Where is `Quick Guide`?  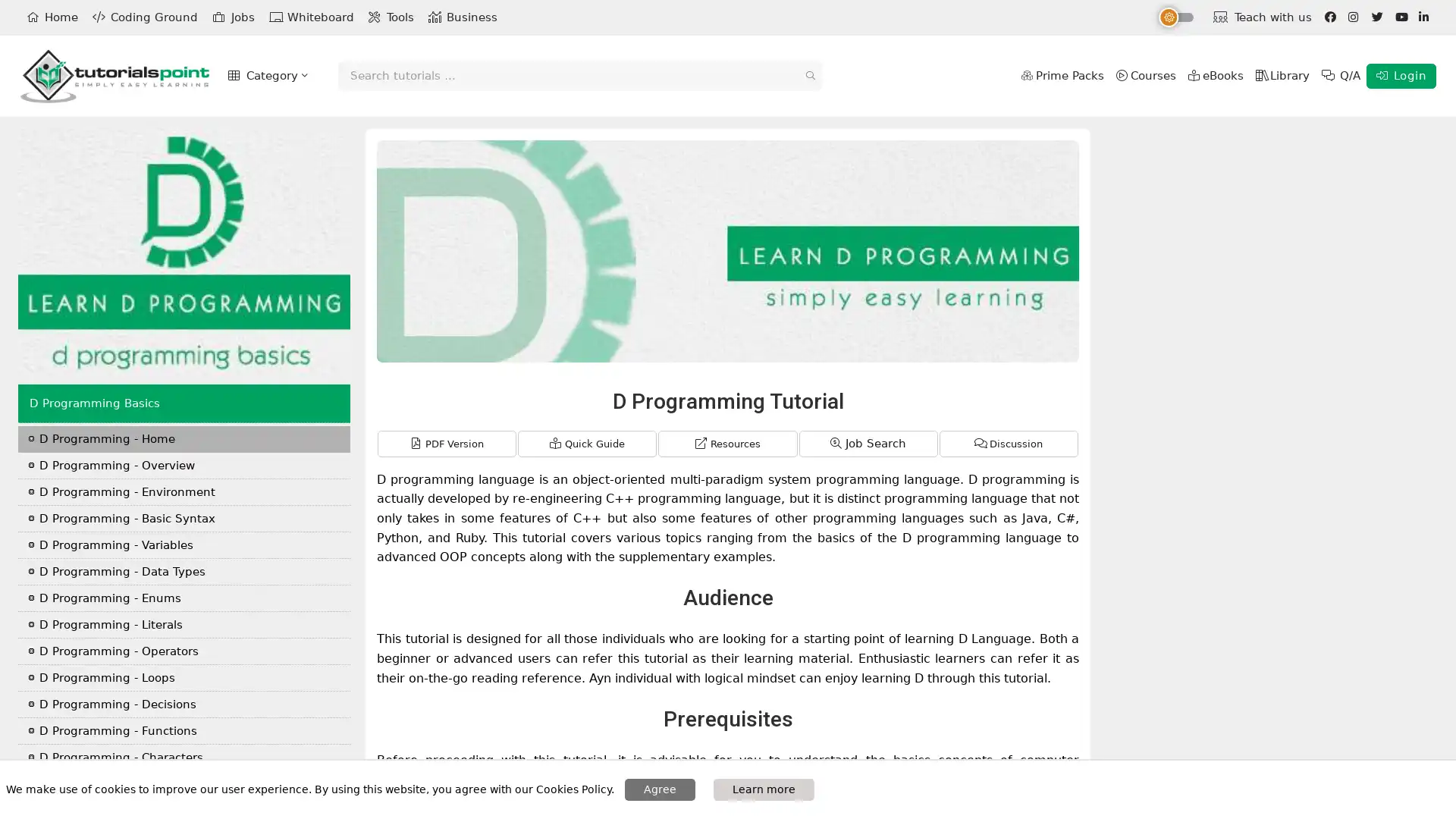 Quick Guide is located at coordinates (586, 427).